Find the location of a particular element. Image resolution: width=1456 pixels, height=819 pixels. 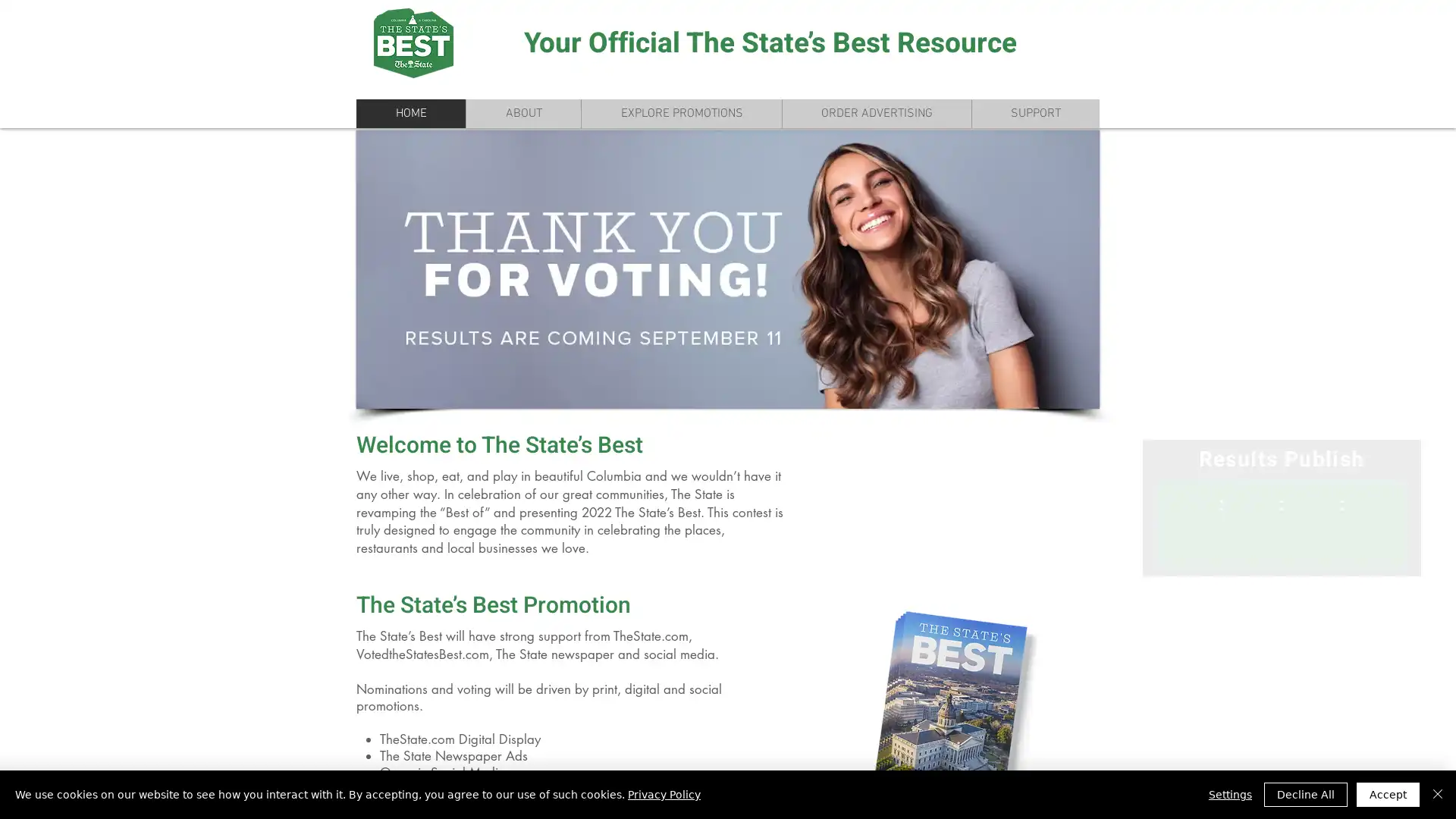

Decline All is located at coordinates (1305, 794).